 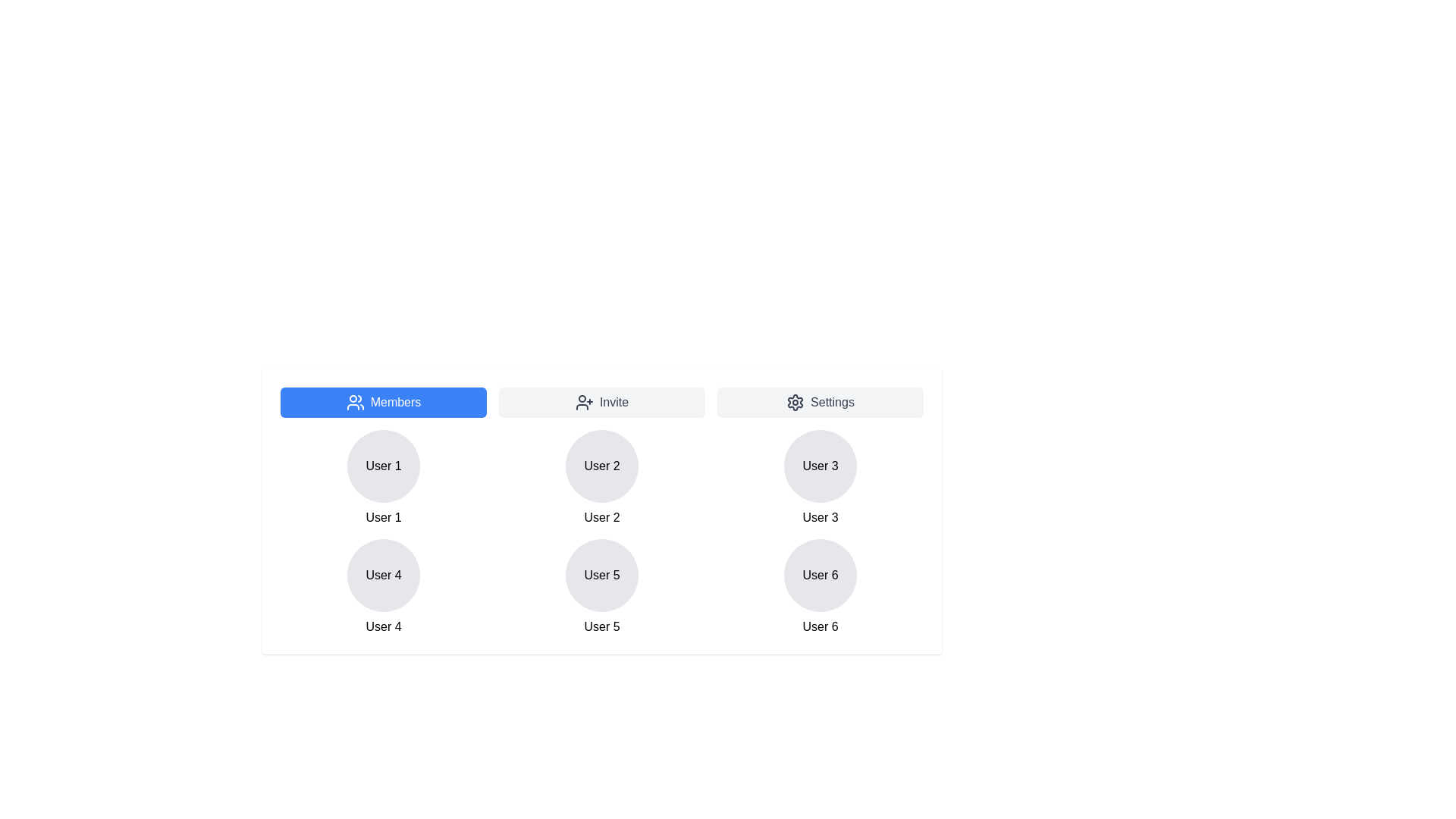 What do you see at coordinates (614, 402) in the screenshot?
I see `the text label that serves as a label for the invite button, positioned centrally in the second button-like section at the top of the interface` at bounding box center [614, 402].